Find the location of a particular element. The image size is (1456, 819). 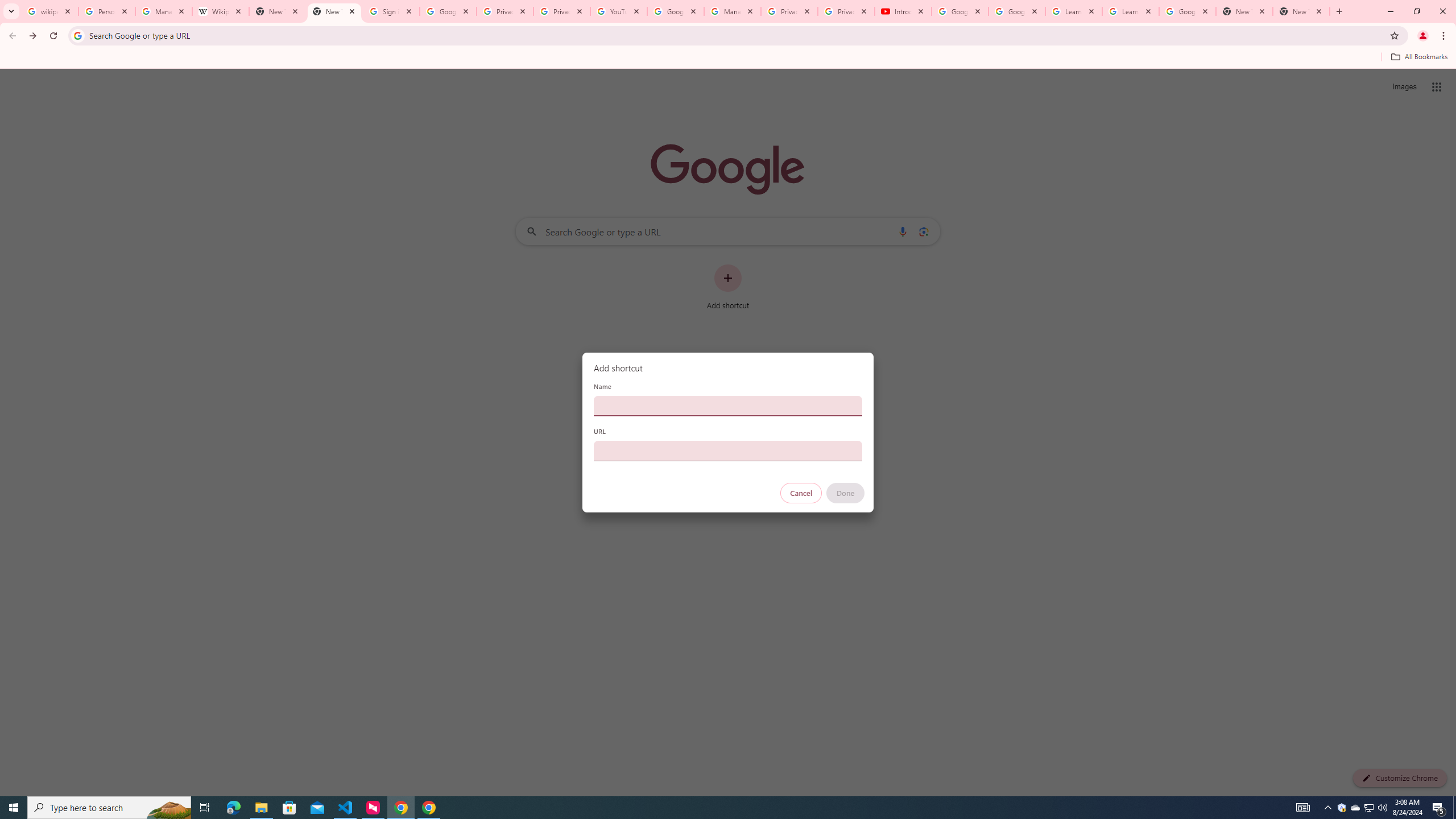

'Sign in - Google Accounts' is located at coordinates (391, 11).